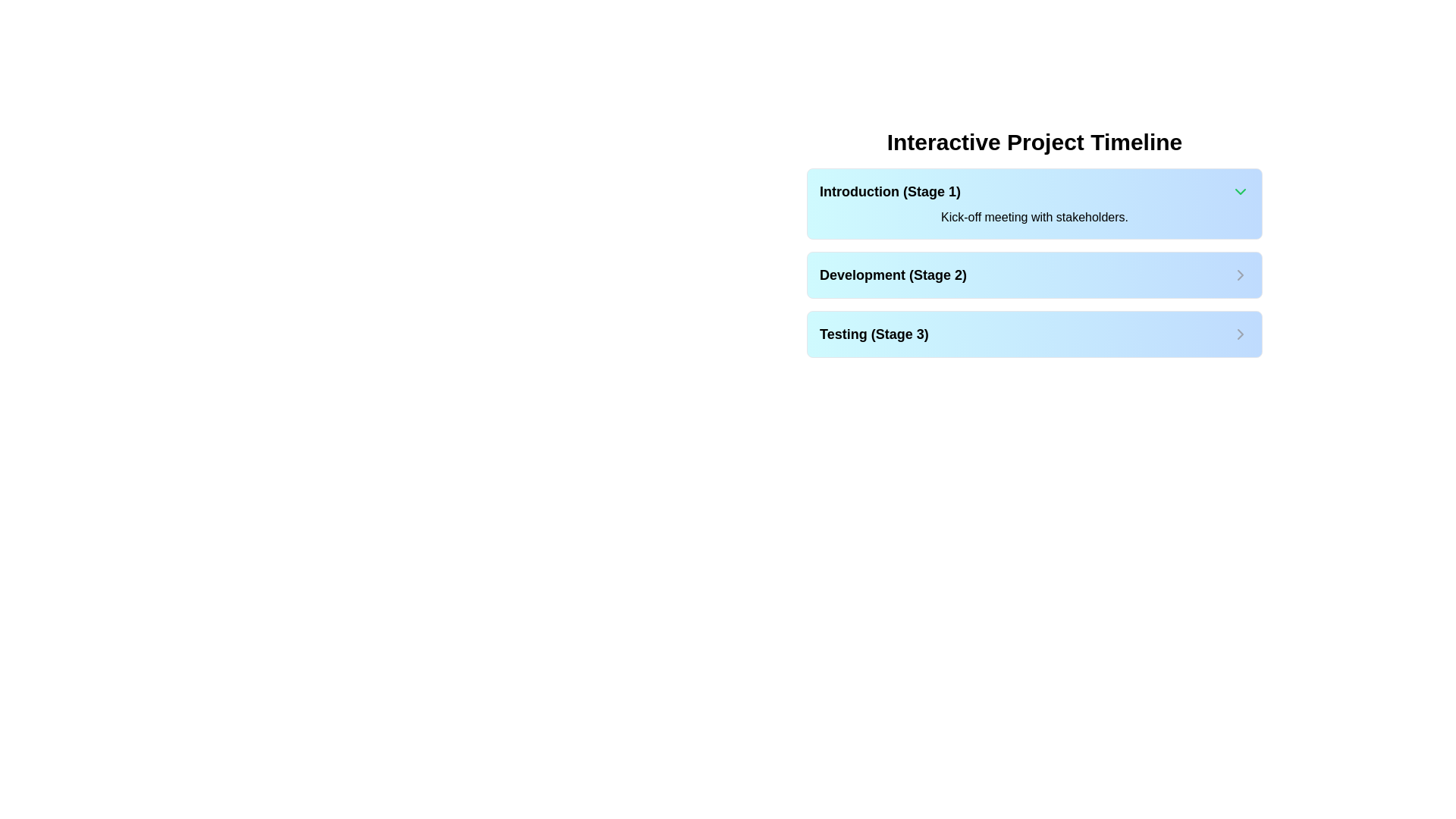 This screenshot has width=1456, height=819. I want to click on the clickable panel representing 'Stage 2: Development' in the project timeline, so click(1034, 275).